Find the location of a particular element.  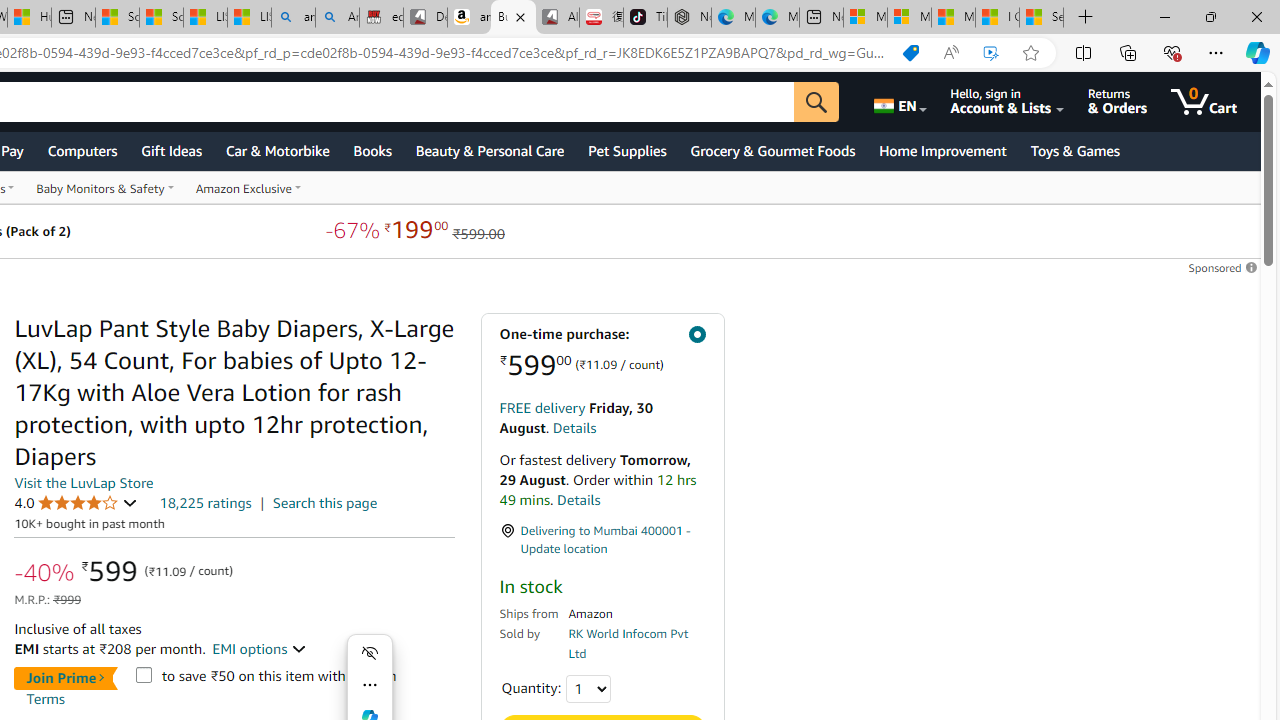

'Enhance video' is located at coordinates (991, 52).